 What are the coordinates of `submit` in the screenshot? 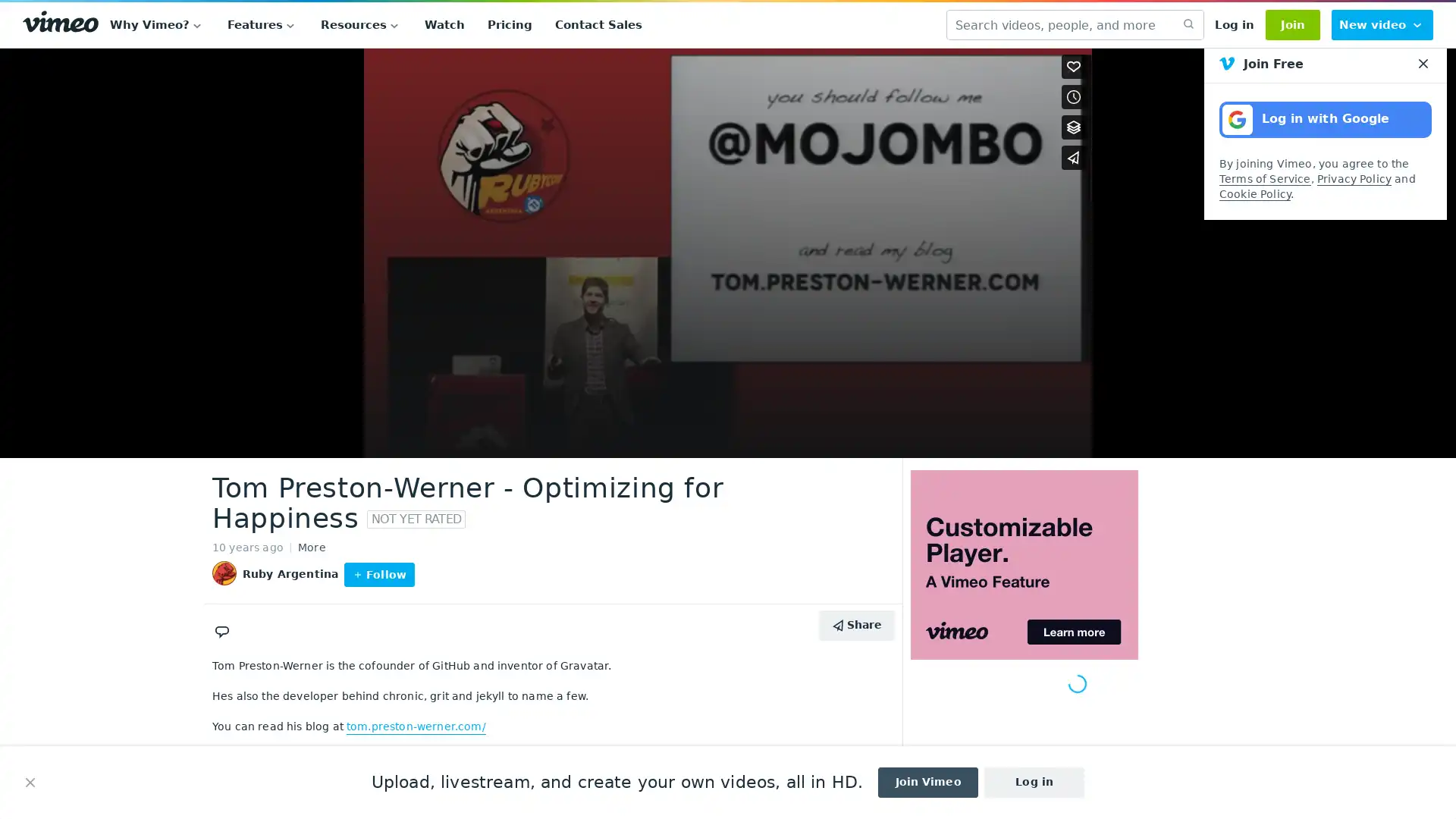 It's located at (1187, 25).